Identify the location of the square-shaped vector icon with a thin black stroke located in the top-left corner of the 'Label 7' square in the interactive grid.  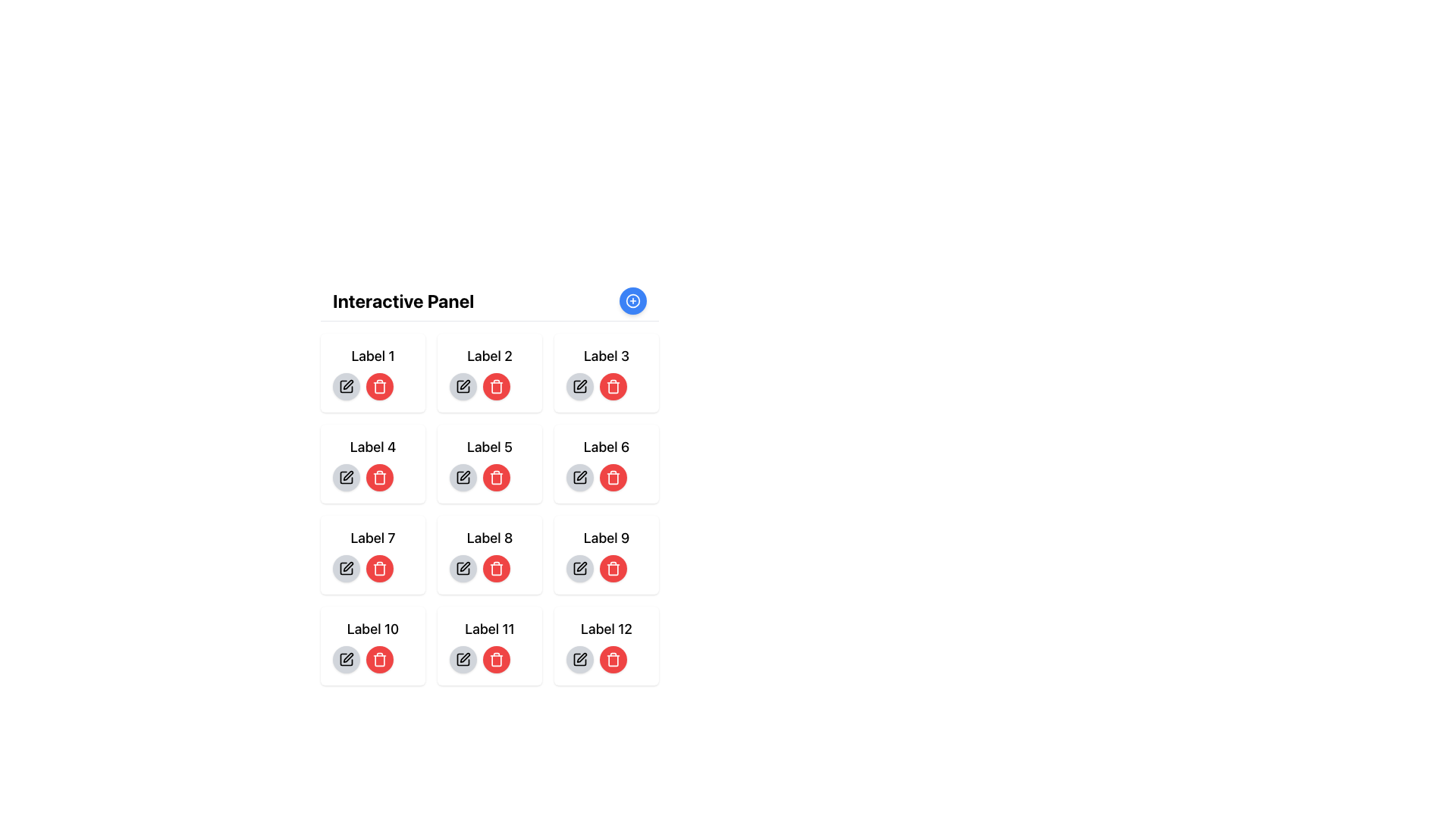
(345, 568).